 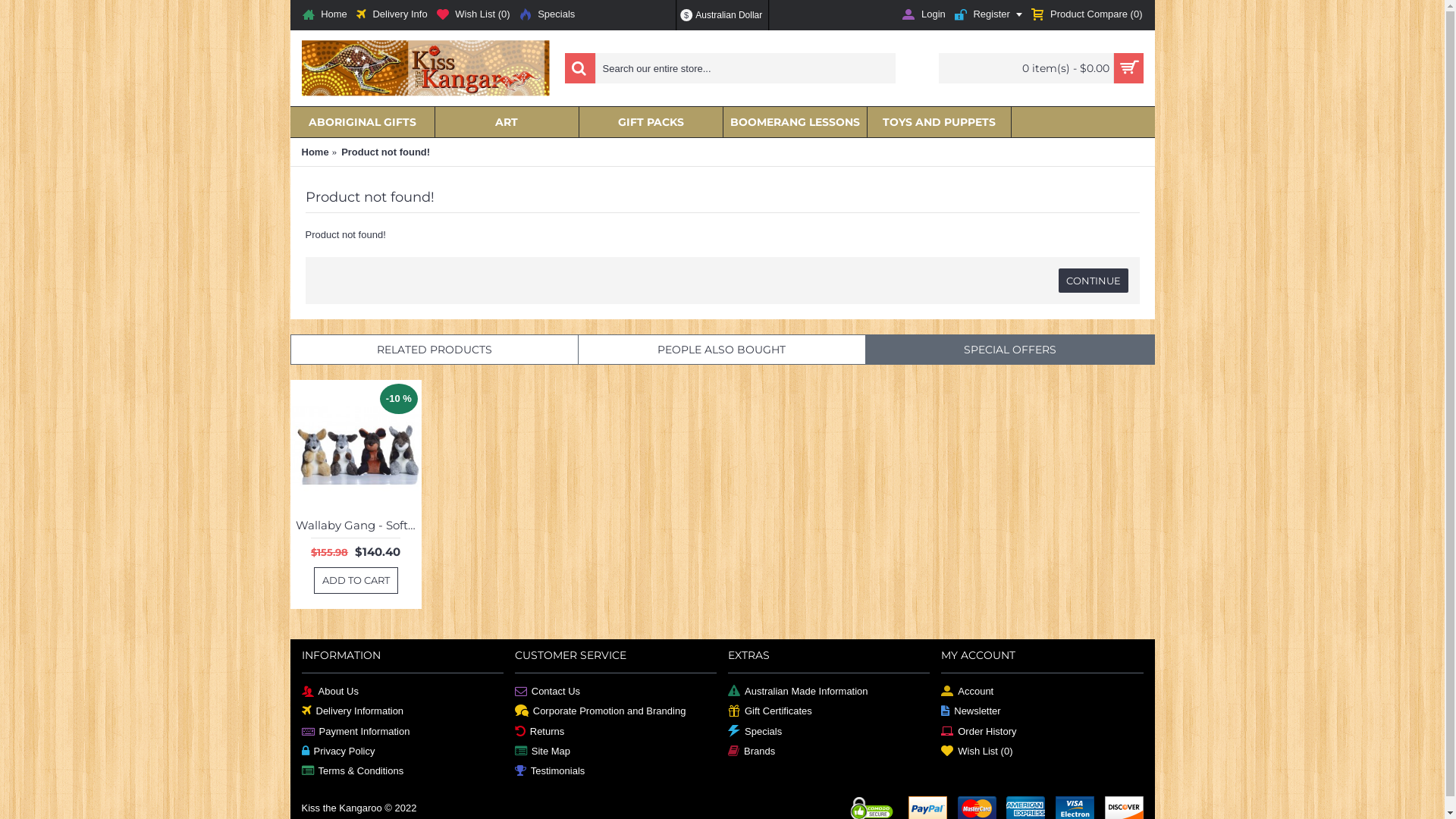 I want to click on 'Order History', so click(x=940, y=730).